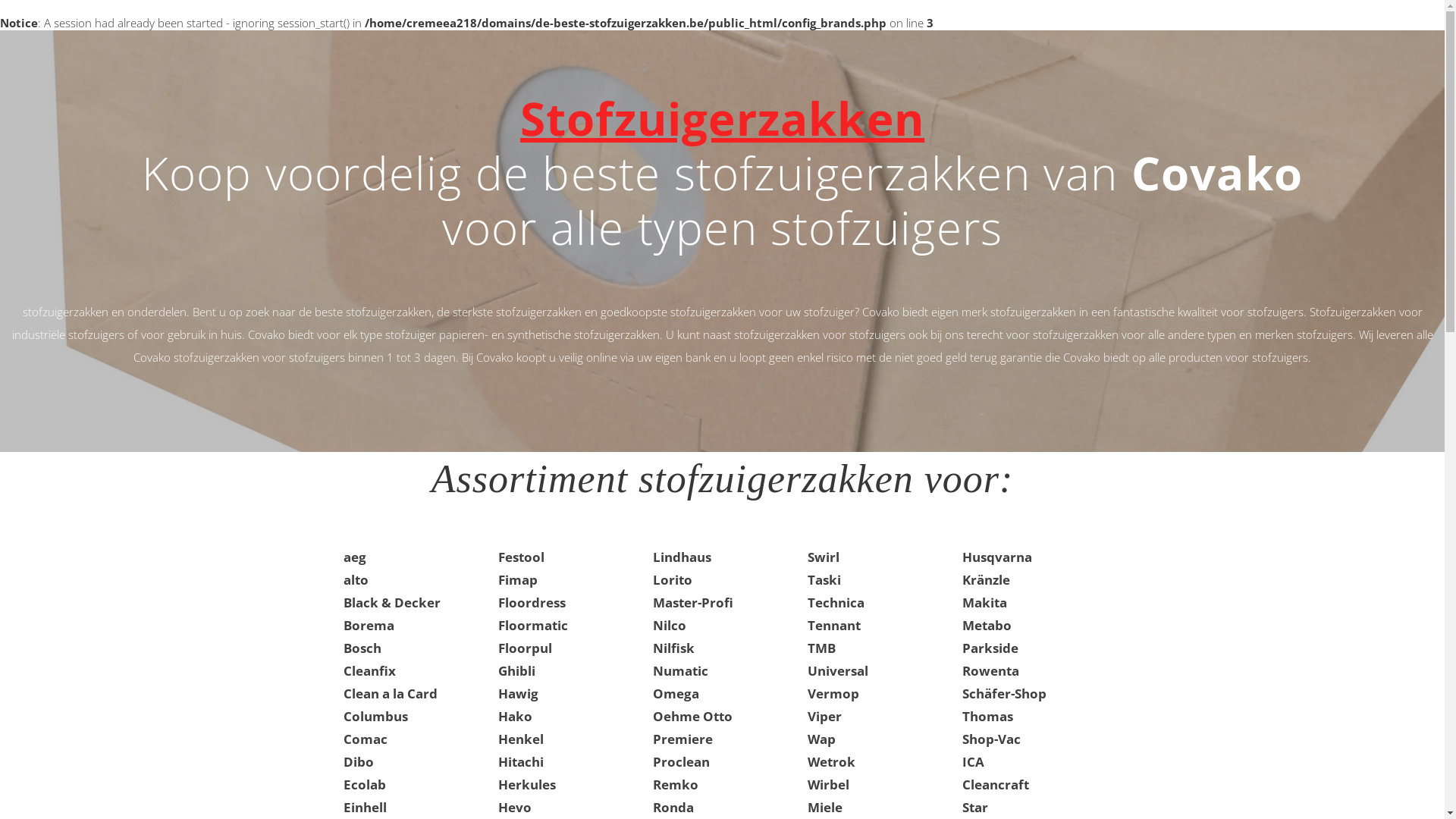 The image size is (1456, 819). I want to click on 'Tennant', so click(833, 625).